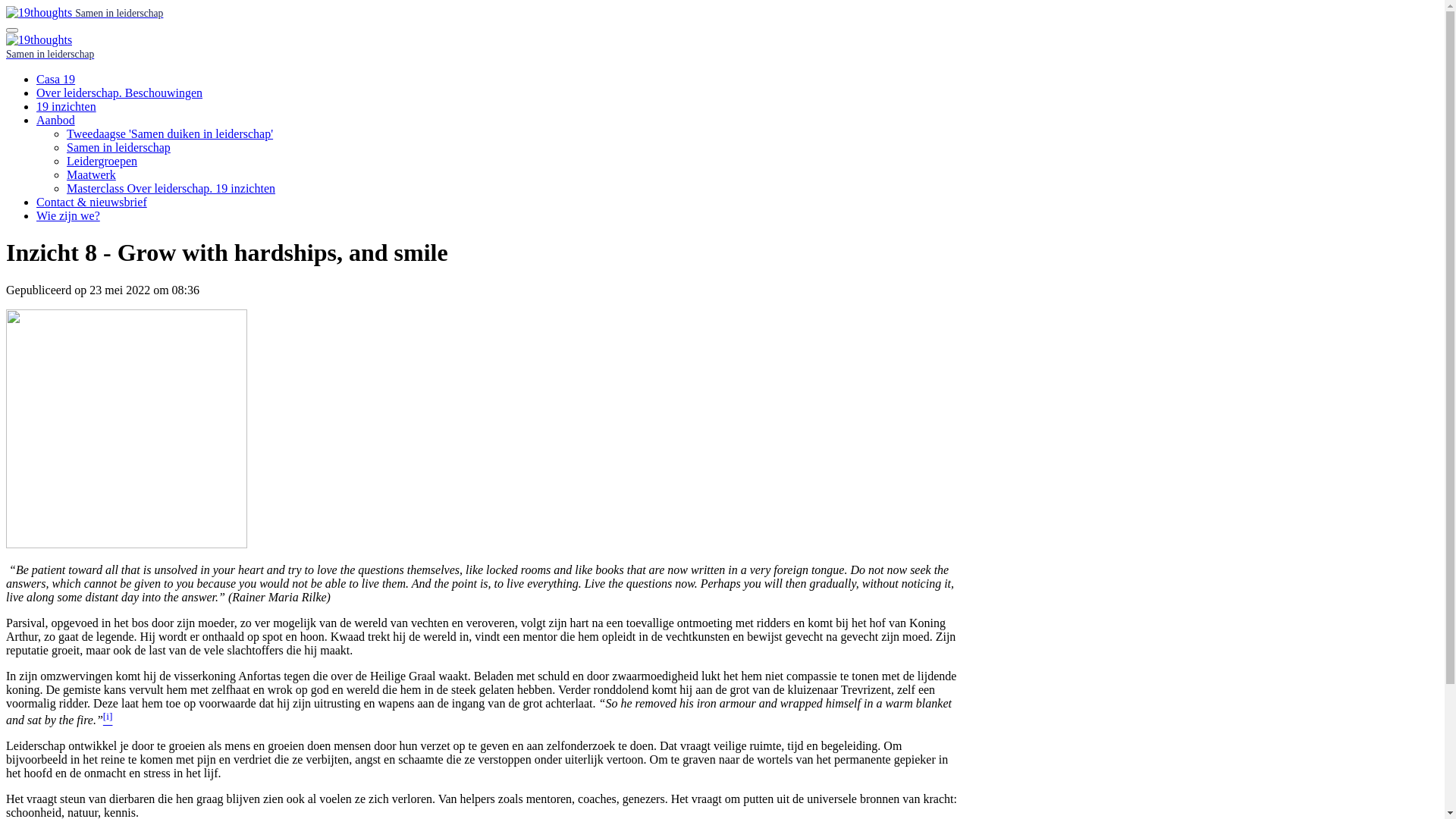 Image resolution: width=1456 pixels, height=819 pixels. What do you see at coordinates (67, 215) in the screenshot?
I see `'Wie zijn we?'` at bounding box center [67, 215].